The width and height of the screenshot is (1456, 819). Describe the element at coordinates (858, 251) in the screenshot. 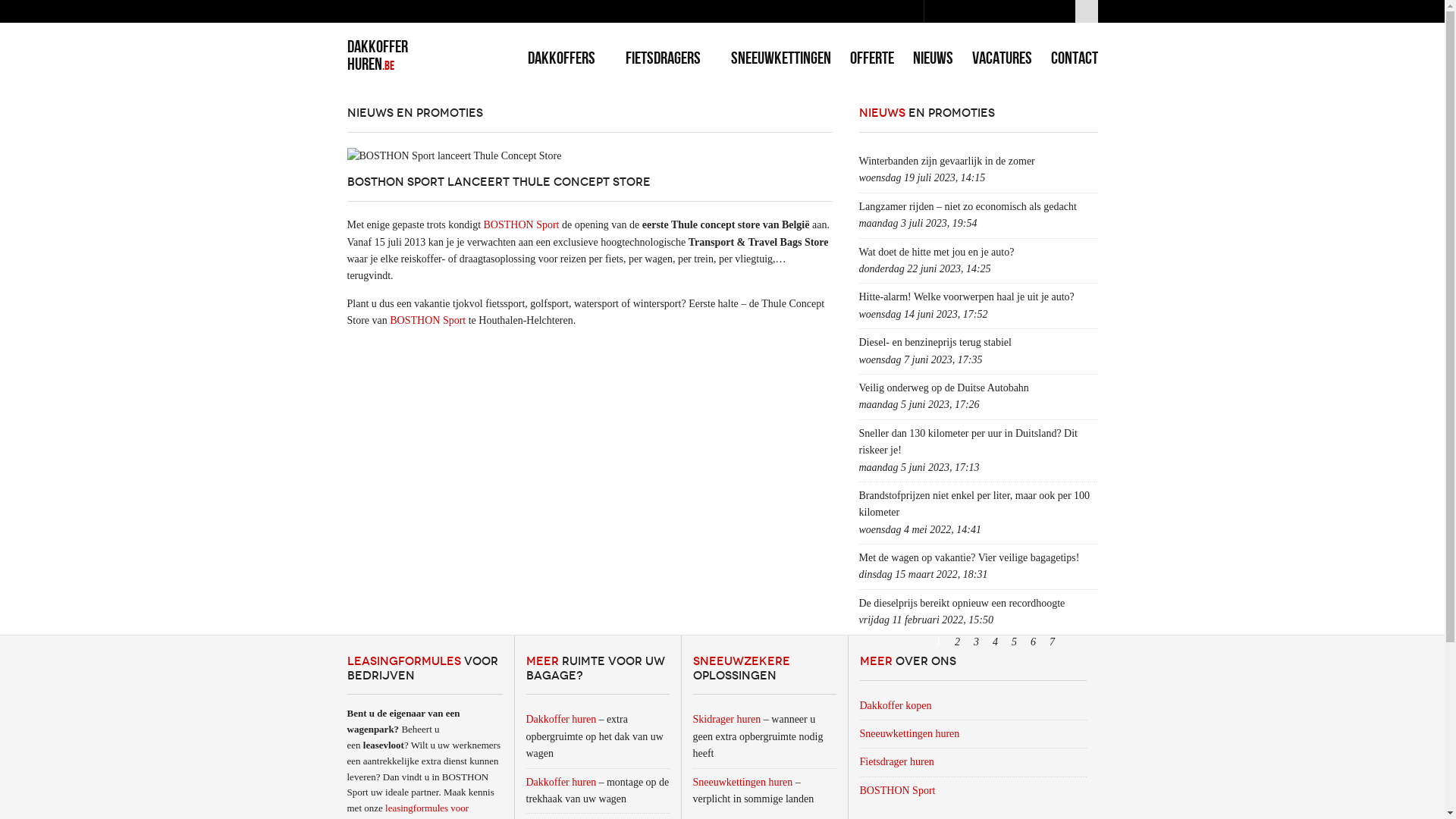

I see `'Wat doet de hitte met jou en je auto?'` at that location.